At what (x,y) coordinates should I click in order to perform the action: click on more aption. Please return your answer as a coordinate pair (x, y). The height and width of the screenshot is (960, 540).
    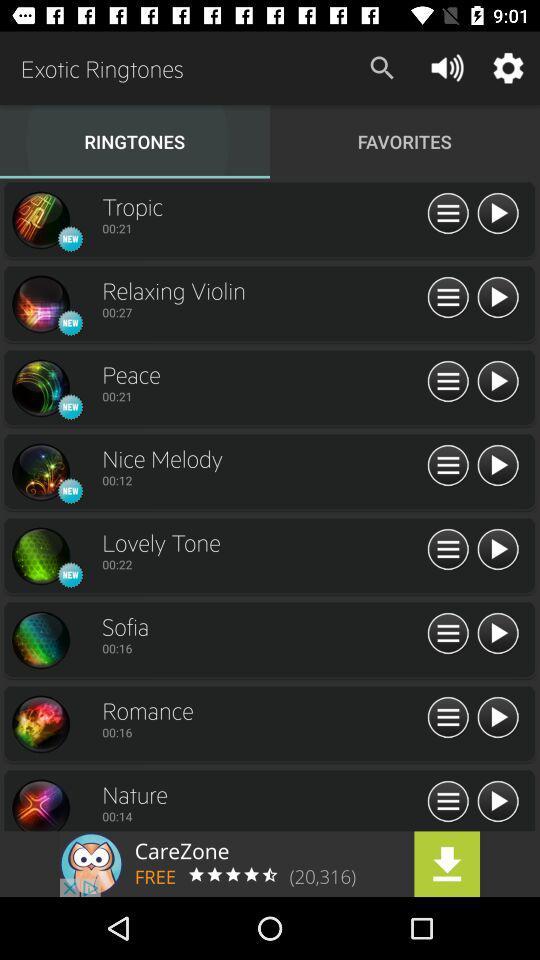
    Looking at the image, I should click on (448, 381).